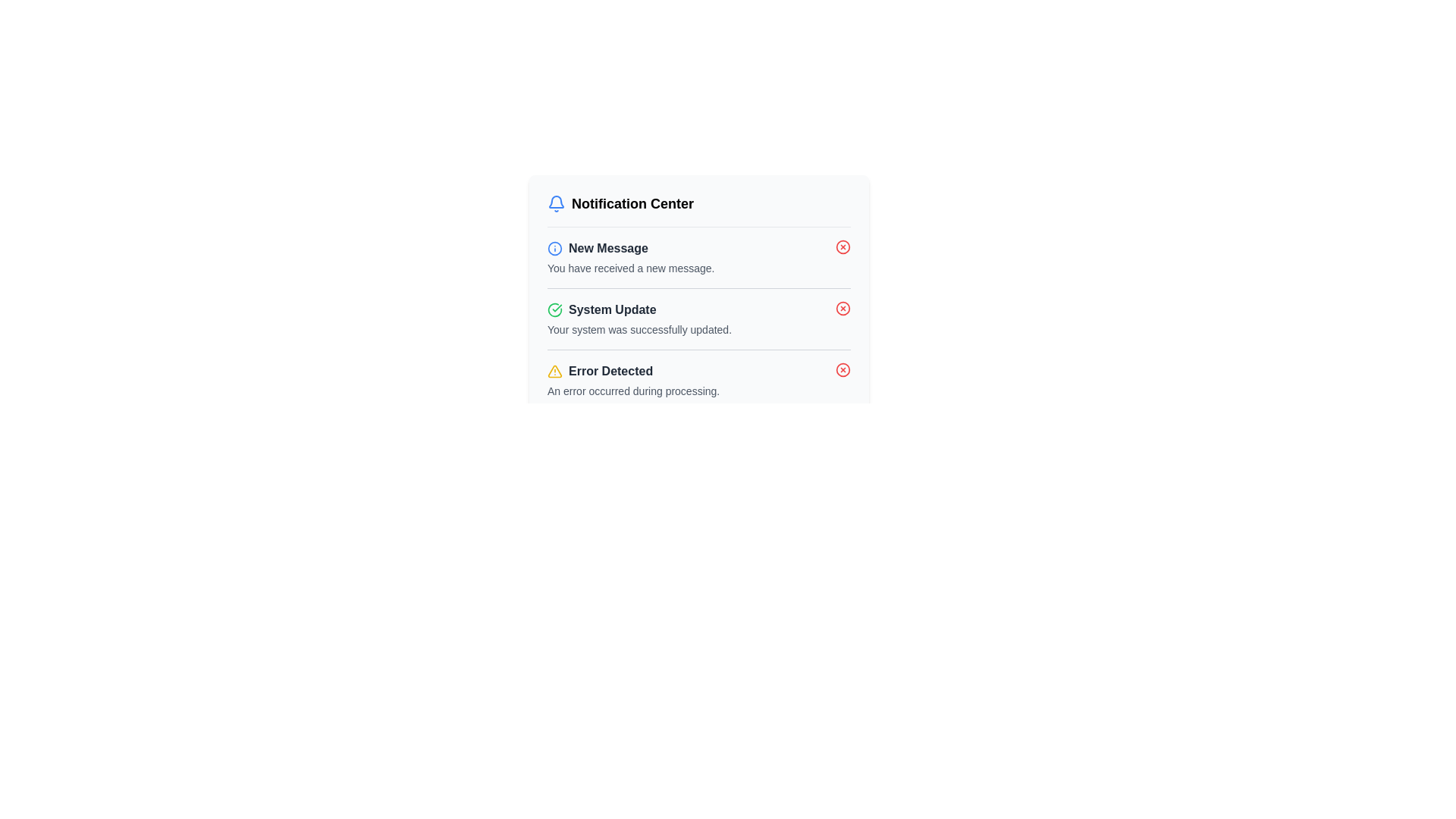  Describe the element at coordinates (639, 309) in the screenshot. I see `the Notification Header indicating a successful system update, which is the second notification in the Notification Center panel` at that location.